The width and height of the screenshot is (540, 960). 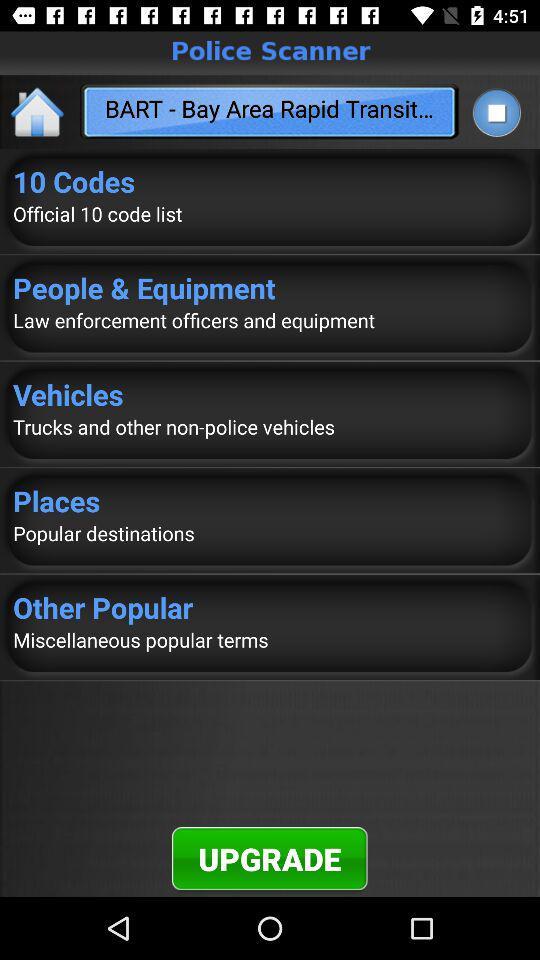 What do you see at coordinates (495, 112) in the screenshot?
I see `stop scanner` at bounding box center [495, 112].